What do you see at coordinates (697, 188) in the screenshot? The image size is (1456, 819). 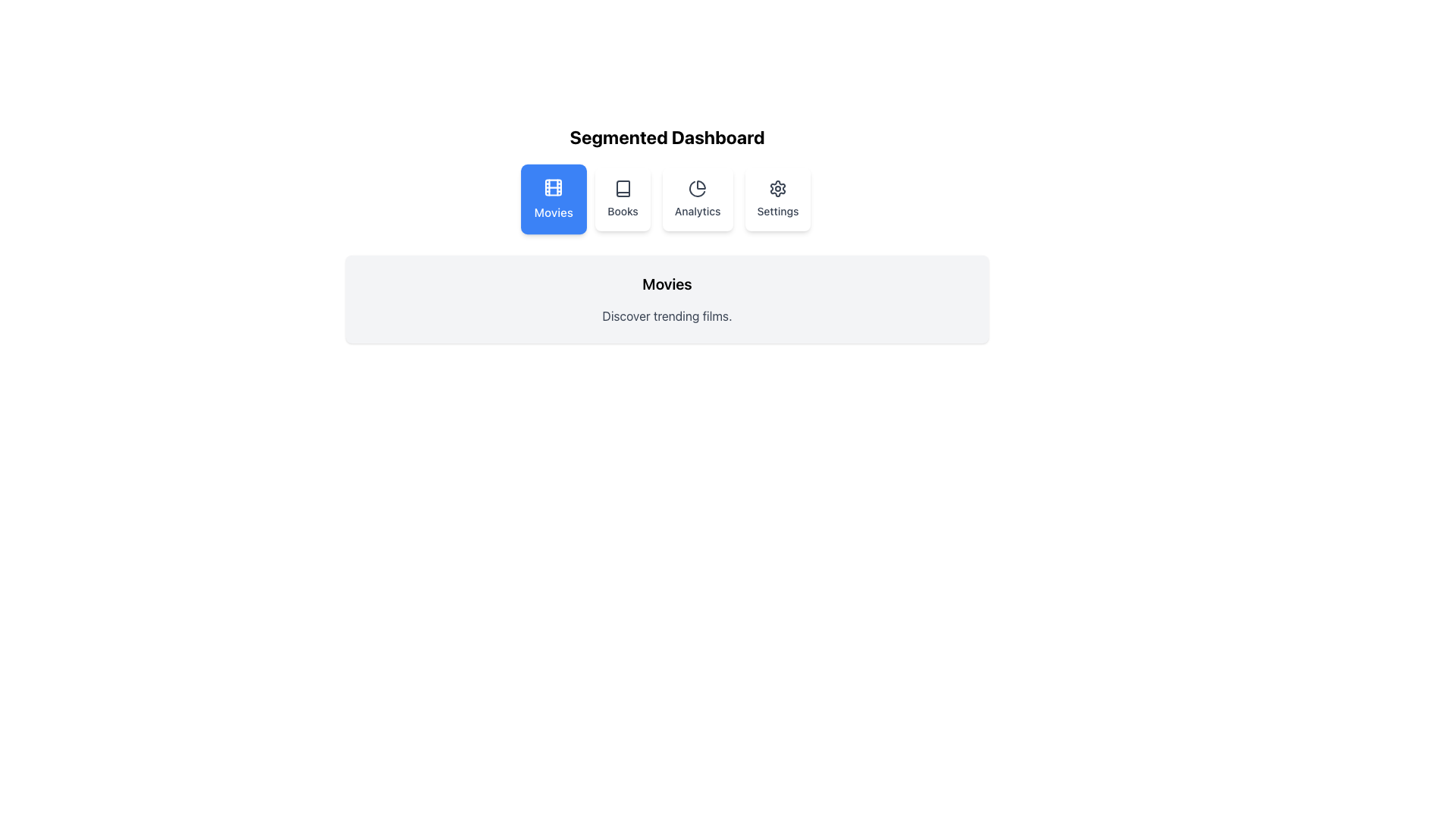 I see `the SVG icon representing a pie chart located in the 'Analytics' tile, which is the third tile in a horizontal arrangement of four tiles` at bounding box center [697, 188].